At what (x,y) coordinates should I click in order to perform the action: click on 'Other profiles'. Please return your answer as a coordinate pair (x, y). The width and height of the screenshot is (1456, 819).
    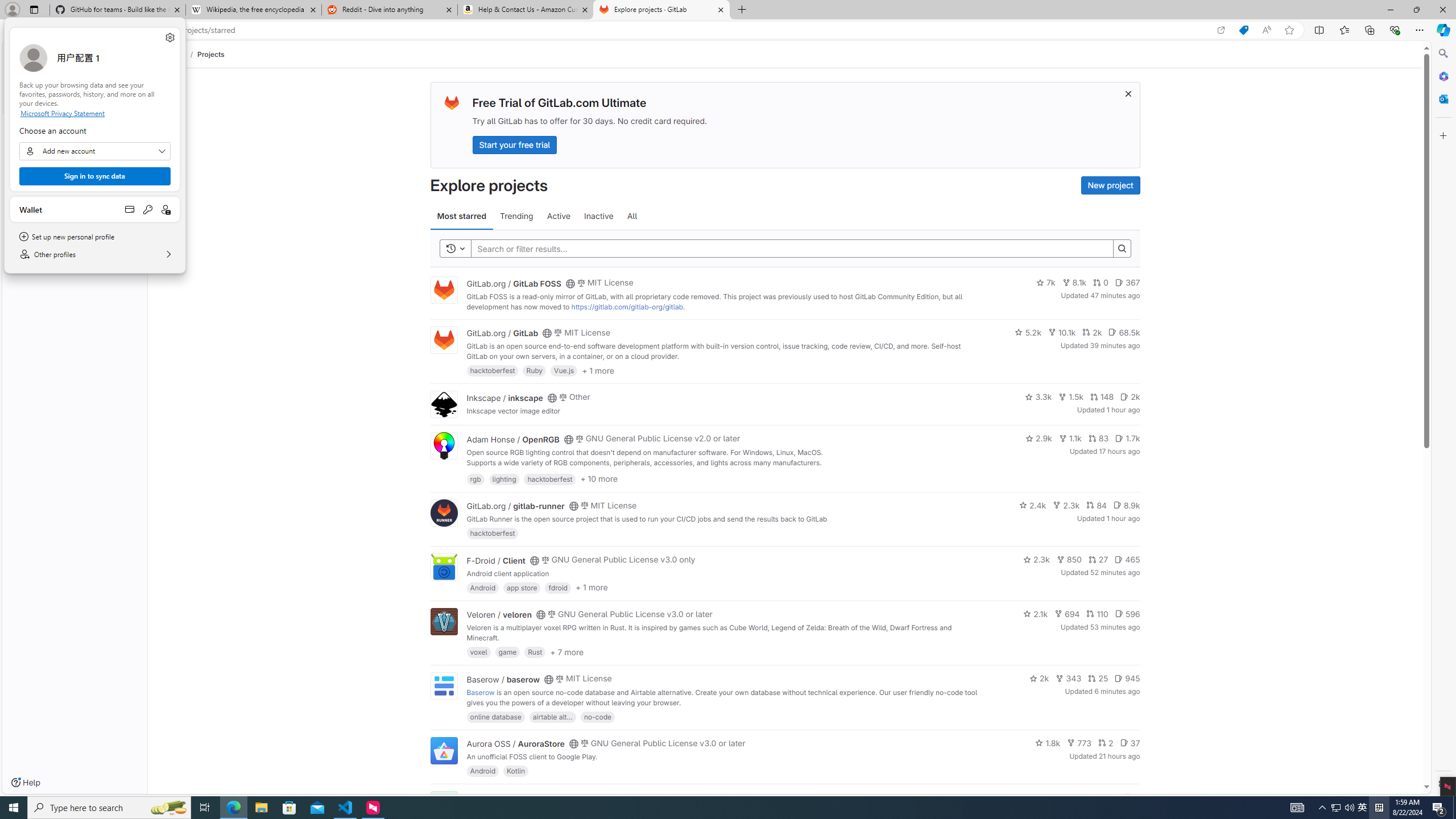
    Looking at the image, I should click on (94, 254).